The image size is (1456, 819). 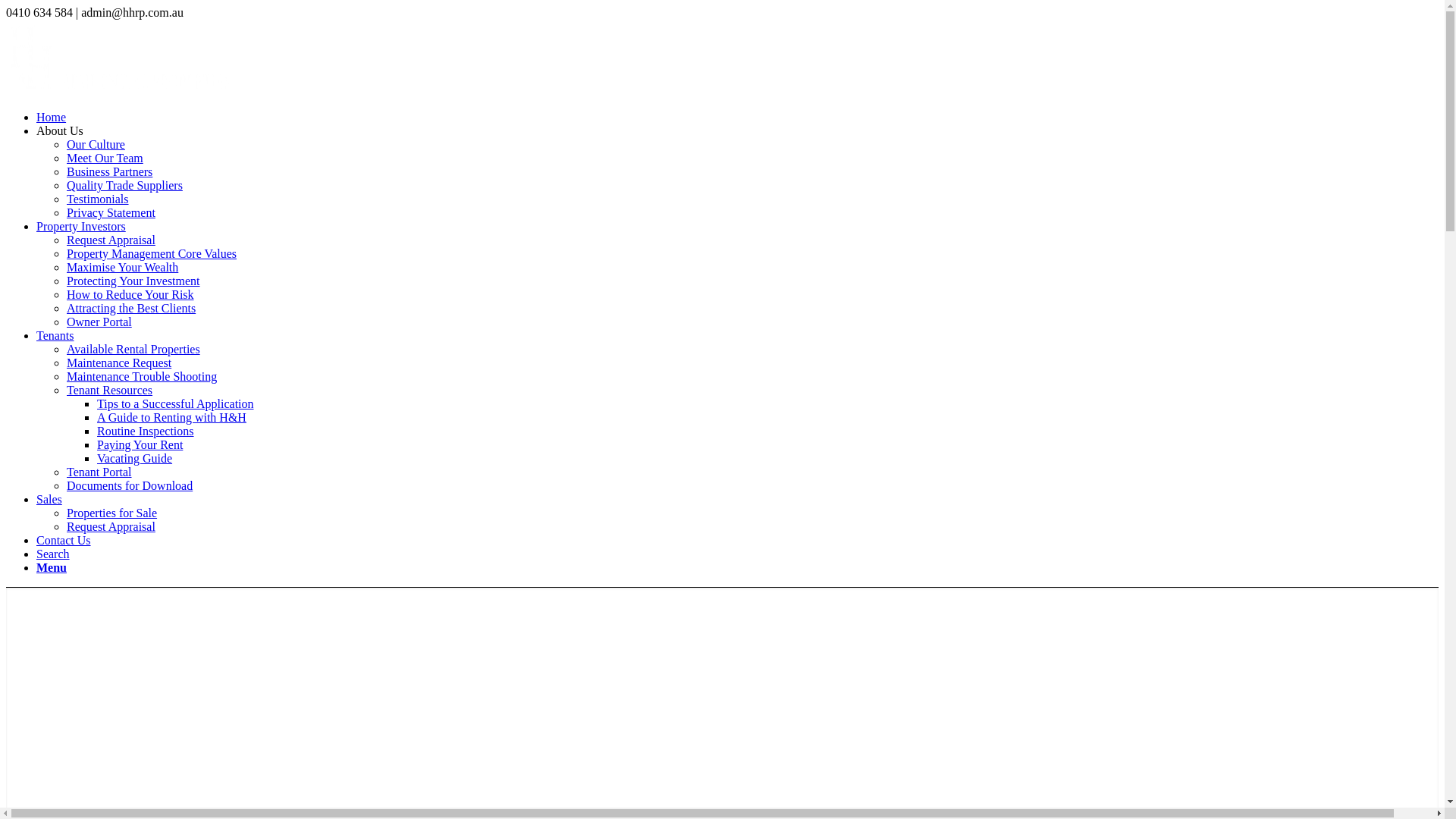 I want to click on 'Contact Us', so click(x=62, y=539).